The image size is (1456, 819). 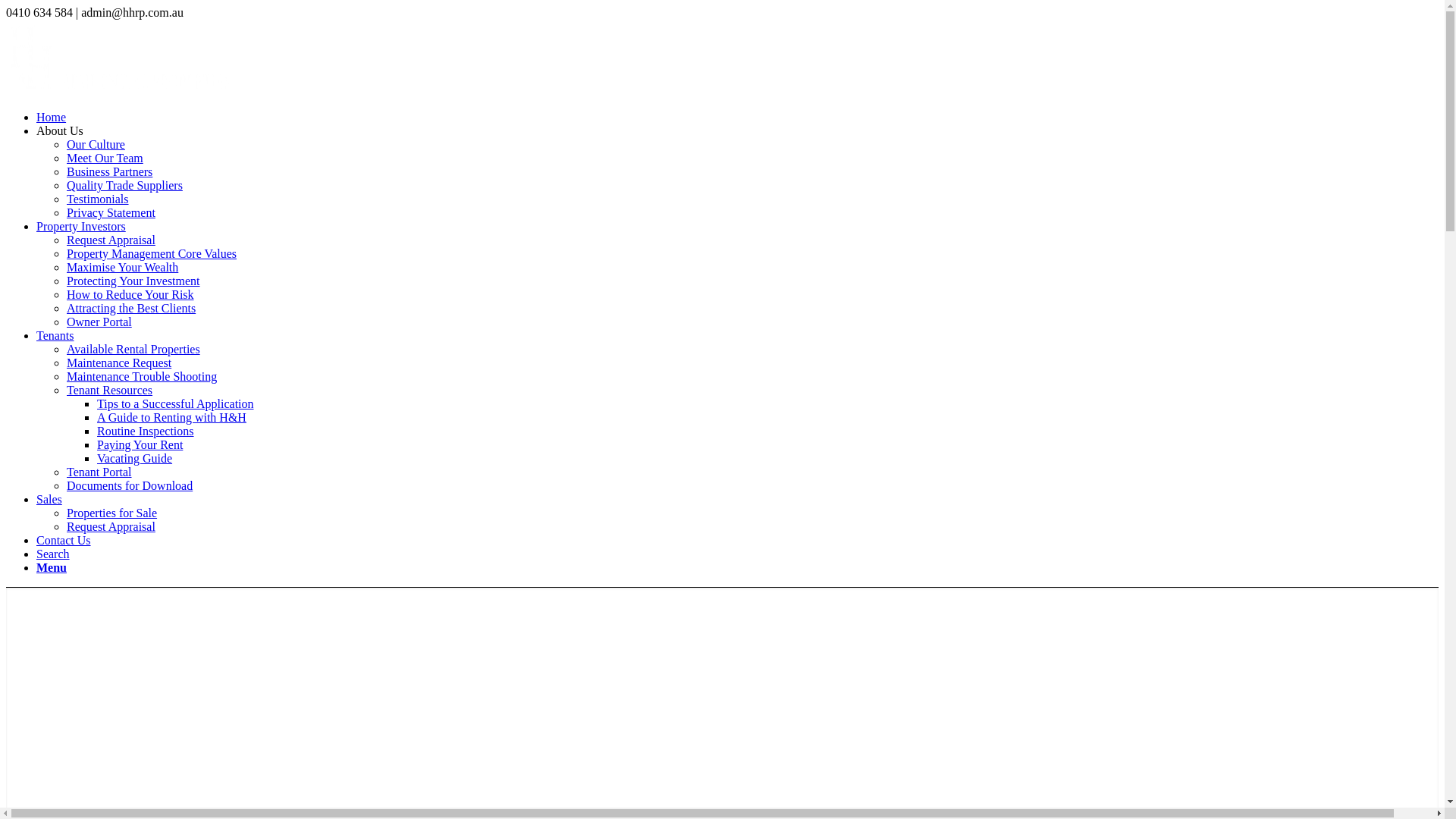 I want to click on 'Contact Us', so click(x=62, y=539).